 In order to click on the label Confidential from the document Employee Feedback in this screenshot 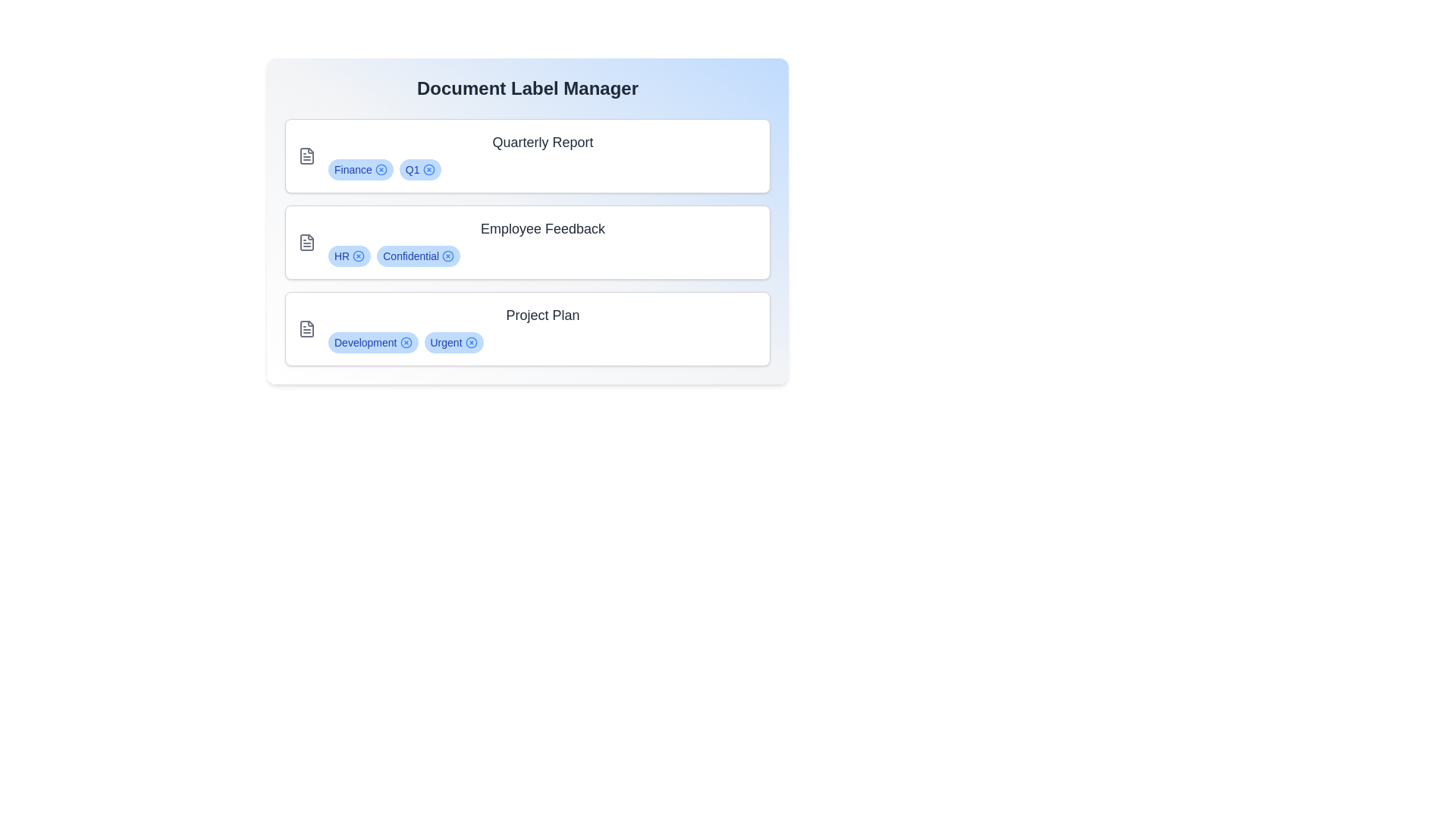, I will do `click(447, 256)`.